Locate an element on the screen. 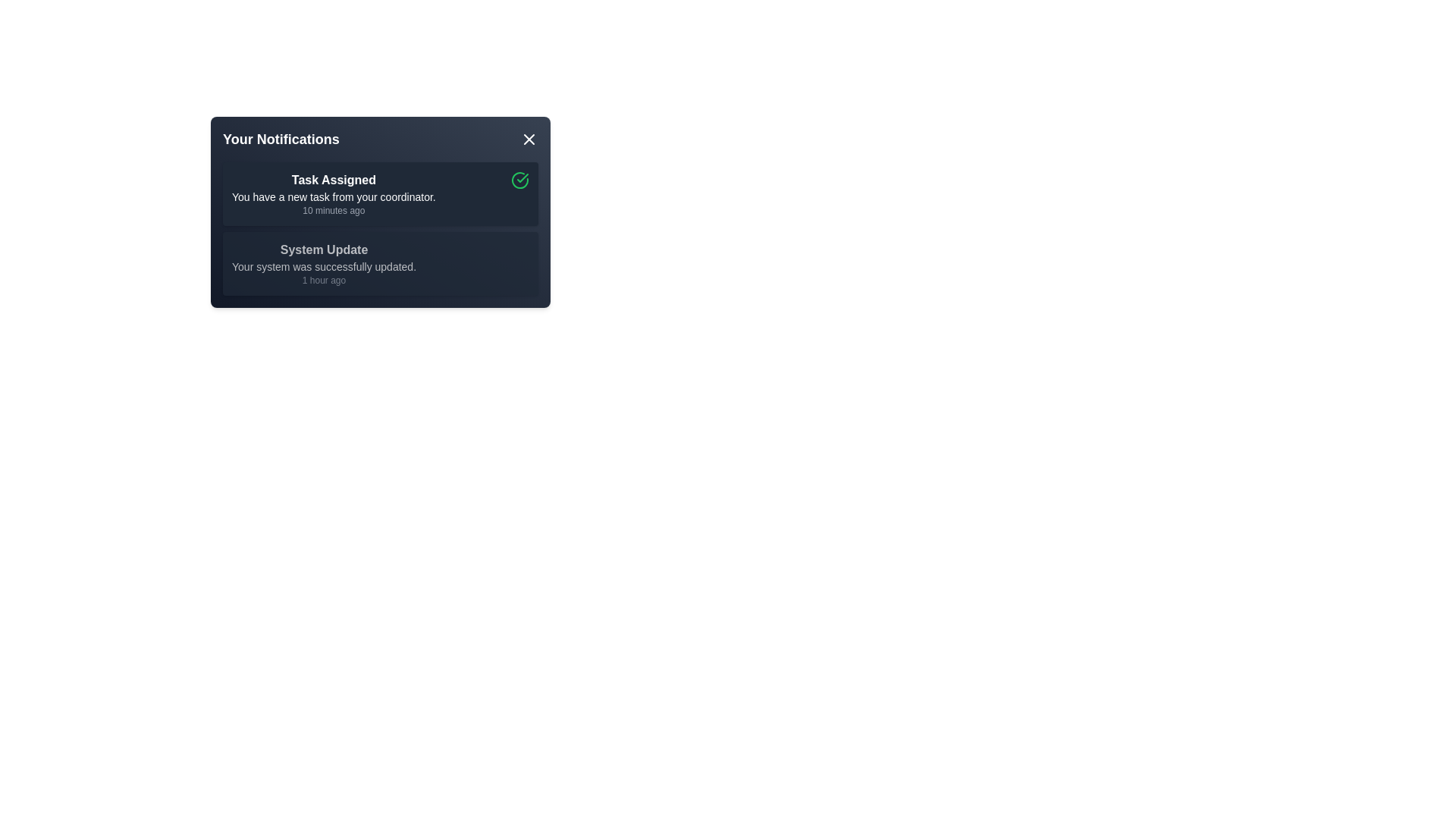 The height and width of the screenshot is (819, 1456). the text label displaying '1 hour ago', which is located under the message 'Your system was successfully updated.' in the notification pane is located at coordinates (323, 281).